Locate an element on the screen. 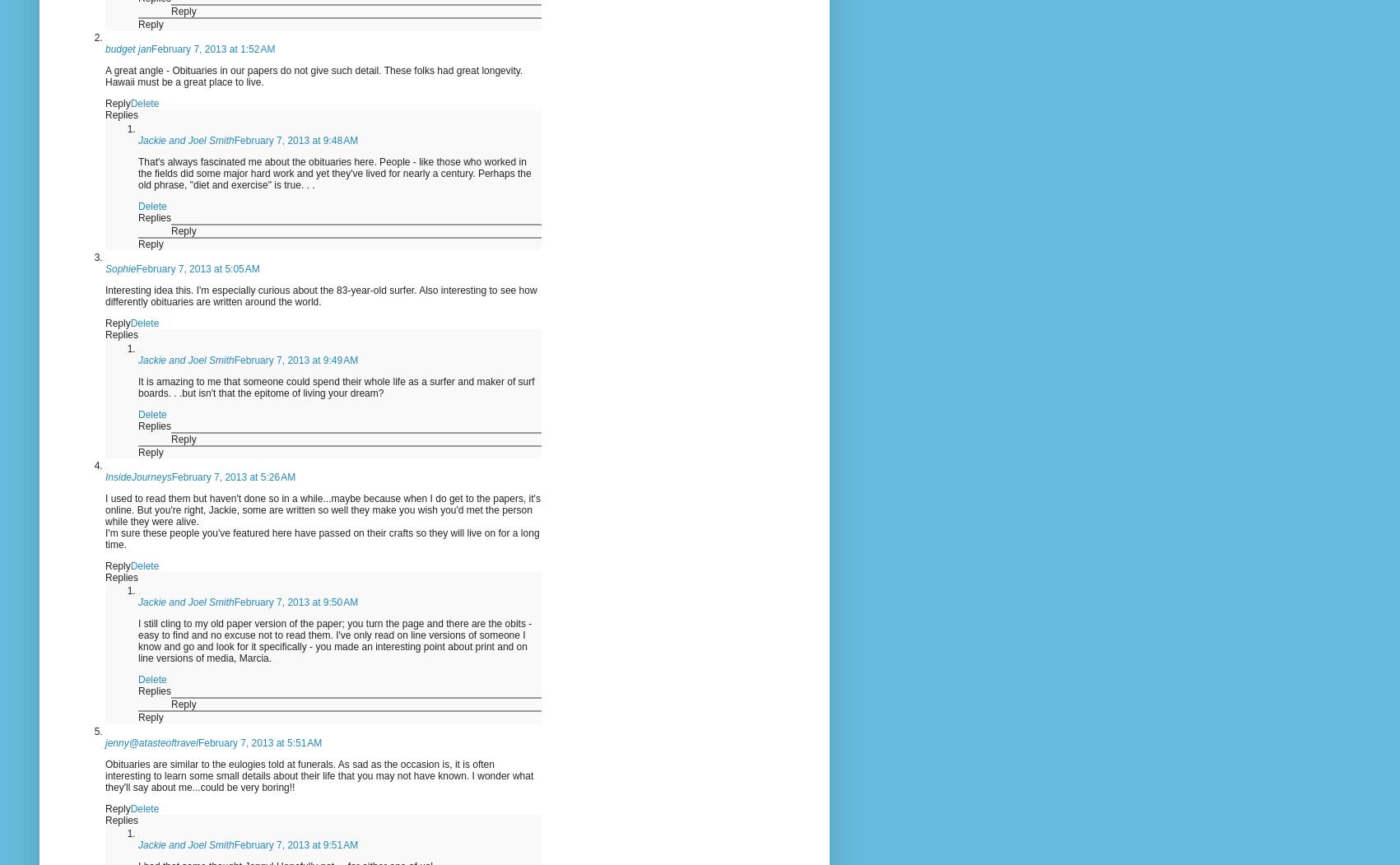 The image size is (1400, 865). 'February 7, 2013 at 9:49 AM' is located at coordinates (295, 360).